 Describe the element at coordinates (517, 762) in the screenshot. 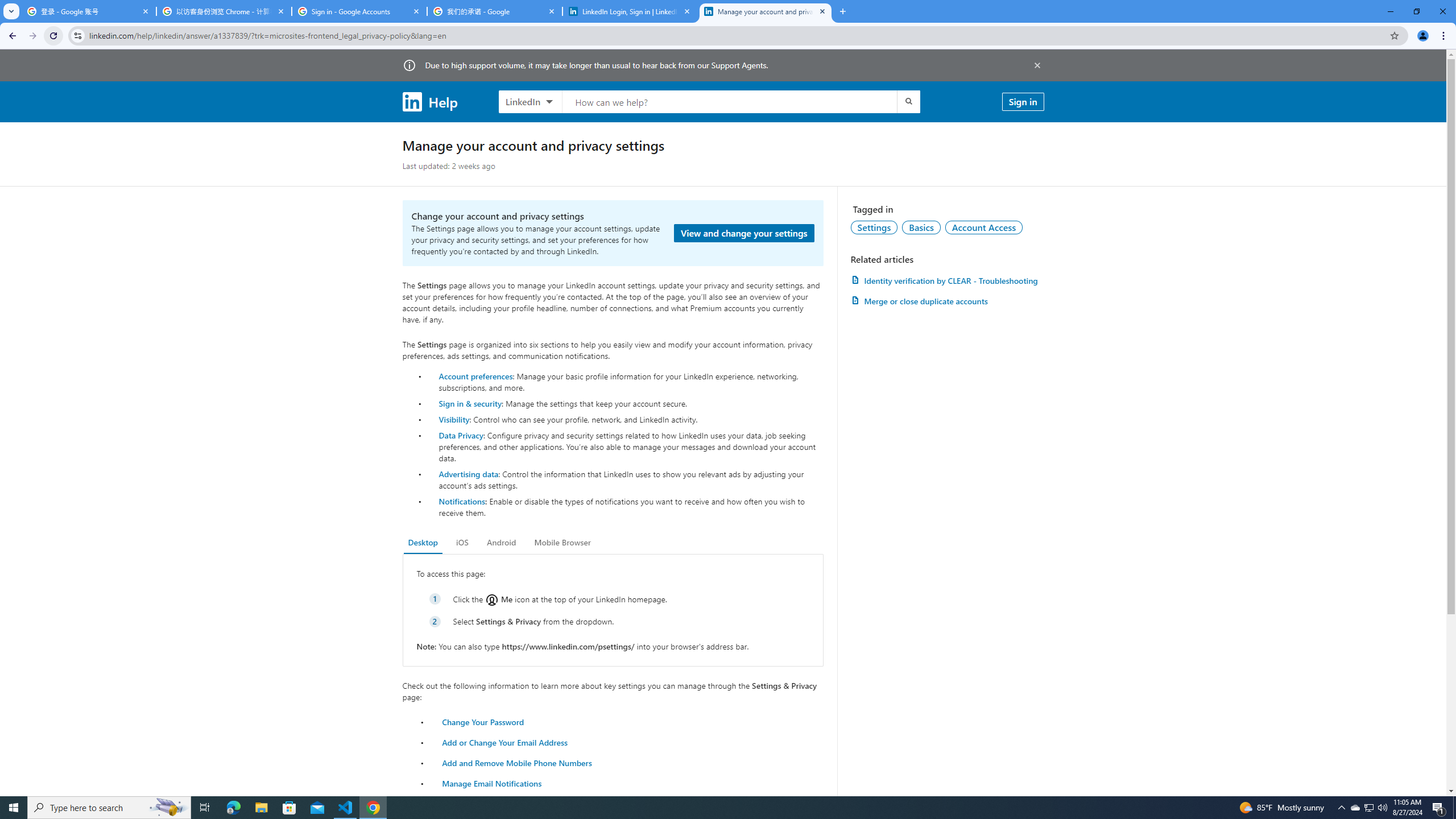

I see `'Add and Remove Mobile Phone Numbers'` at that location.